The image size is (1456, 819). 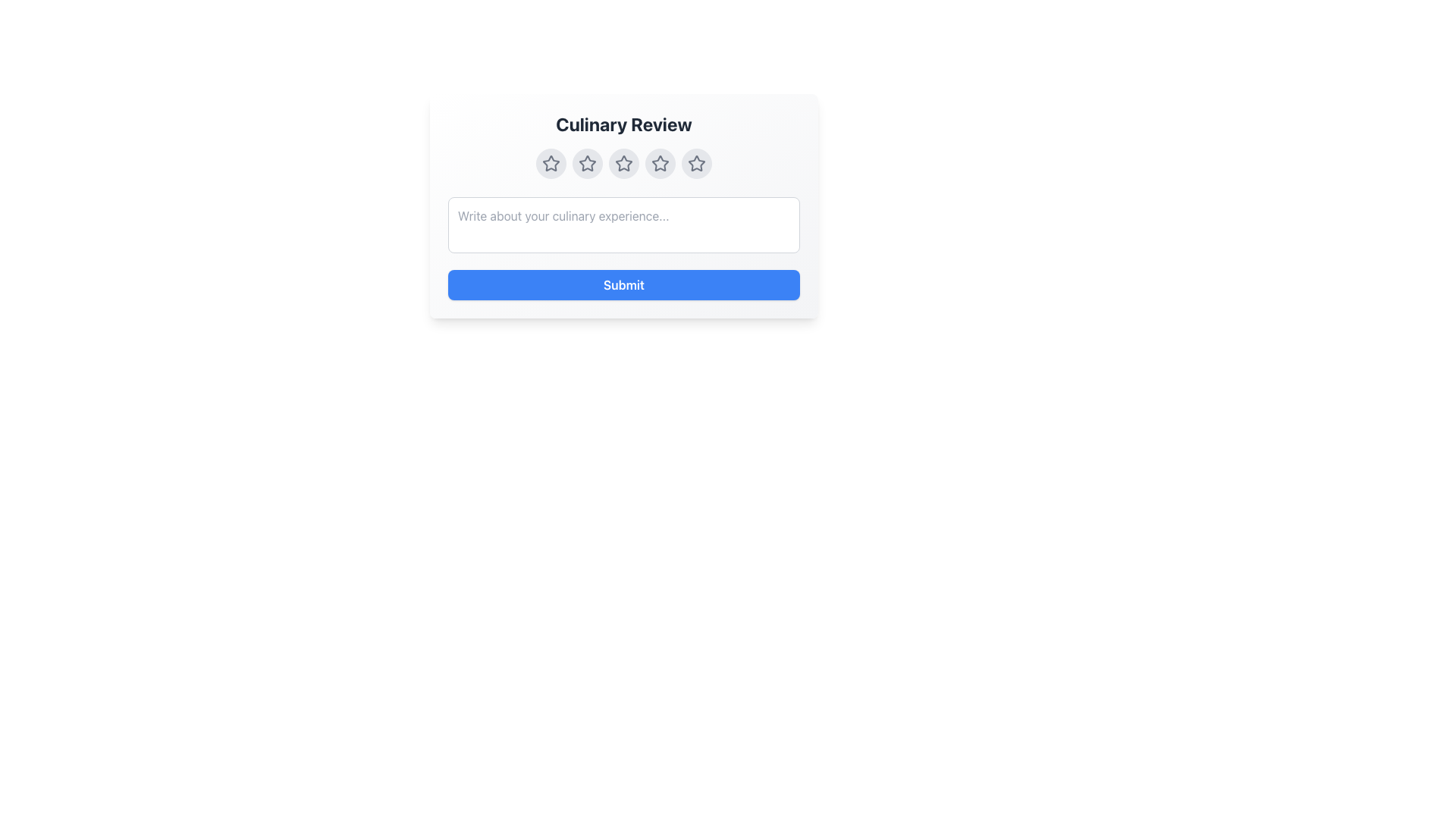 What do you see at coordinates (695, 164) in the screenshot?
I see `the fifth rating button in the 5-star rating system` at bounding box center [695, 164].